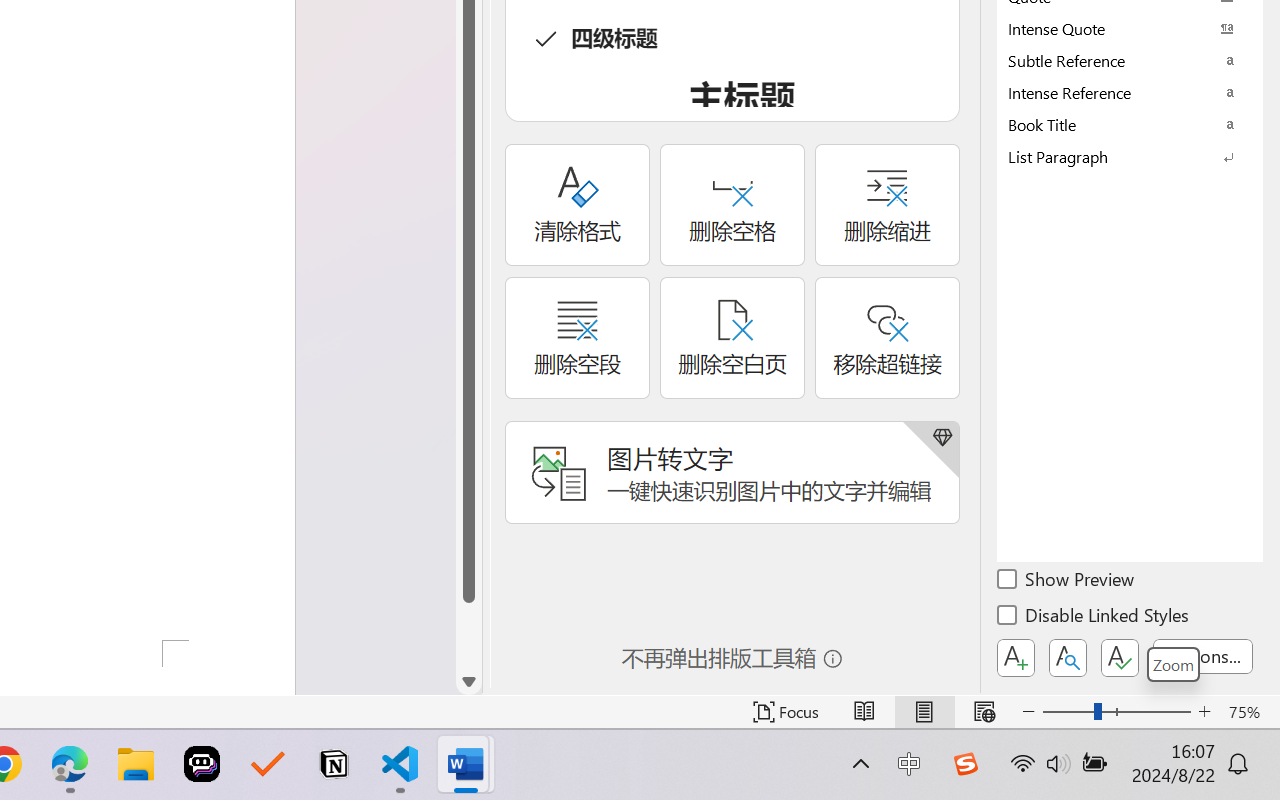 The height and width of the screenshot is (800, 1280). What do you see at coordinates (1094, 618) in the screenshot?
I see `'Disable Linked Styles'` at bounding box center [1094, 618].